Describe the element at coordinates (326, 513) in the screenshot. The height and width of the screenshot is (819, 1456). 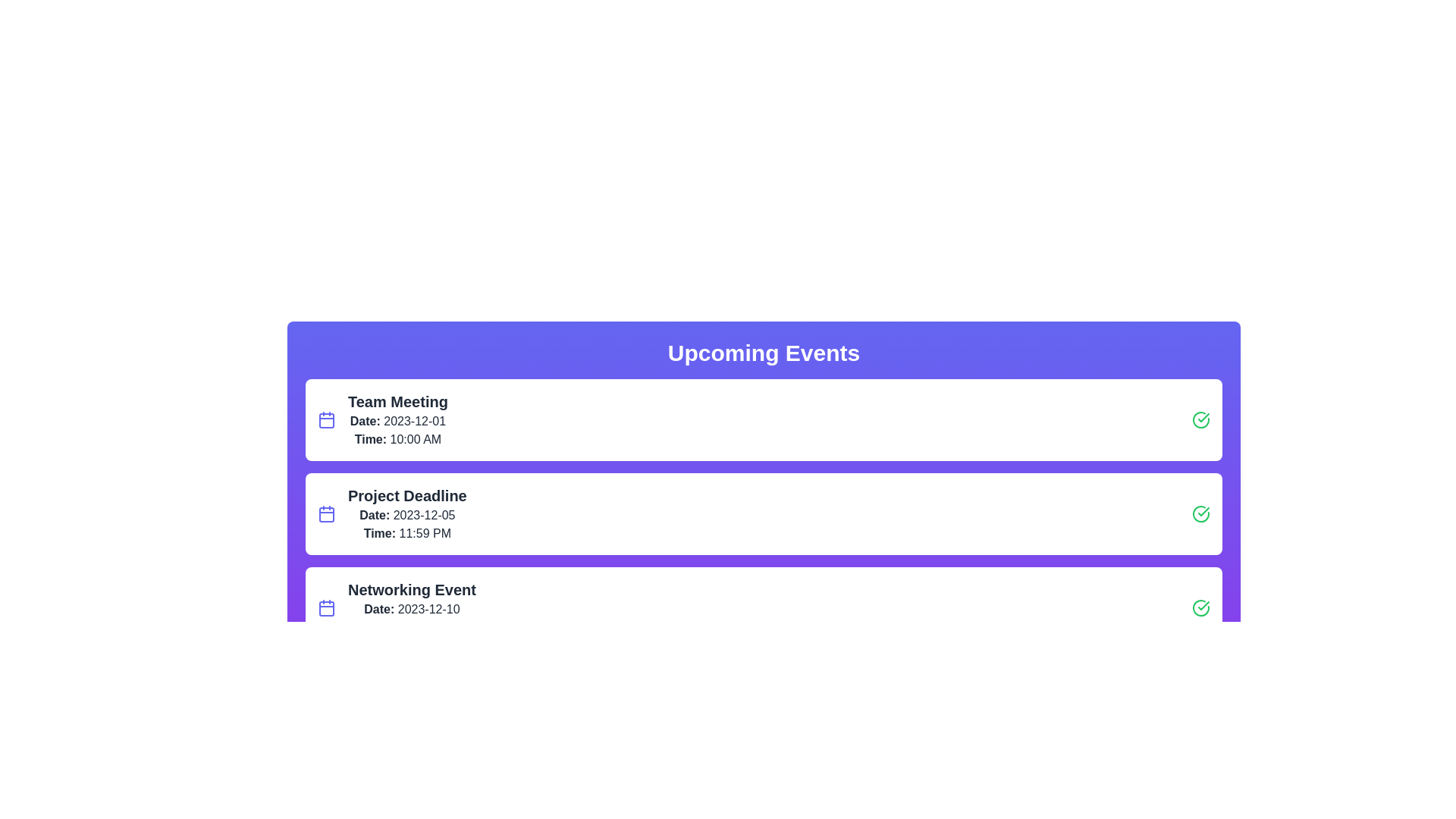
I see `the rounded rectangle part of the calendar icon located on the left side of the Project Deadline section in the second row of the event list` at that location.